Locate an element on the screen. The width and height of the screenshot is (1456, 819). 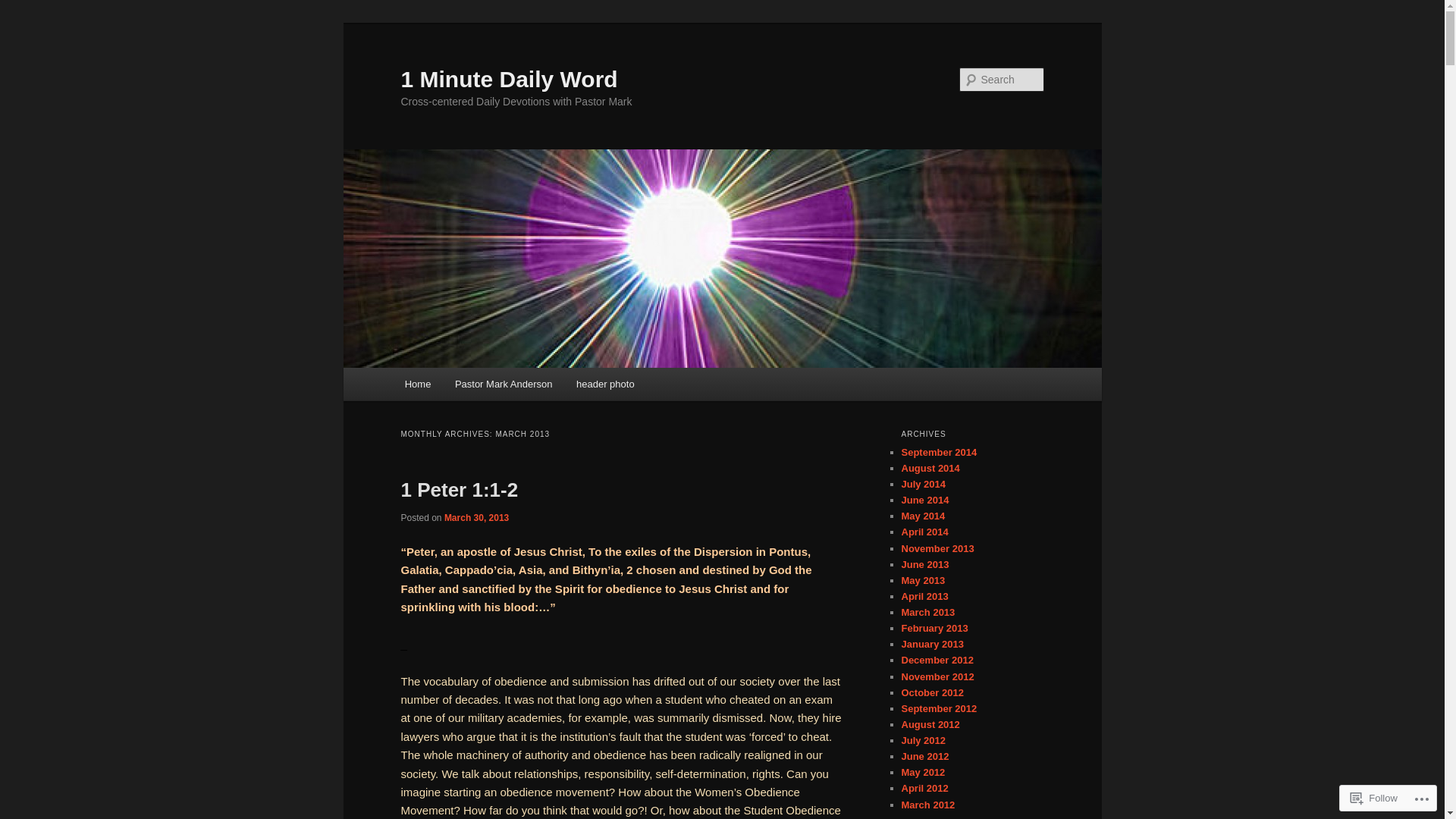
'header photo' is located at coordinates (604, 383).